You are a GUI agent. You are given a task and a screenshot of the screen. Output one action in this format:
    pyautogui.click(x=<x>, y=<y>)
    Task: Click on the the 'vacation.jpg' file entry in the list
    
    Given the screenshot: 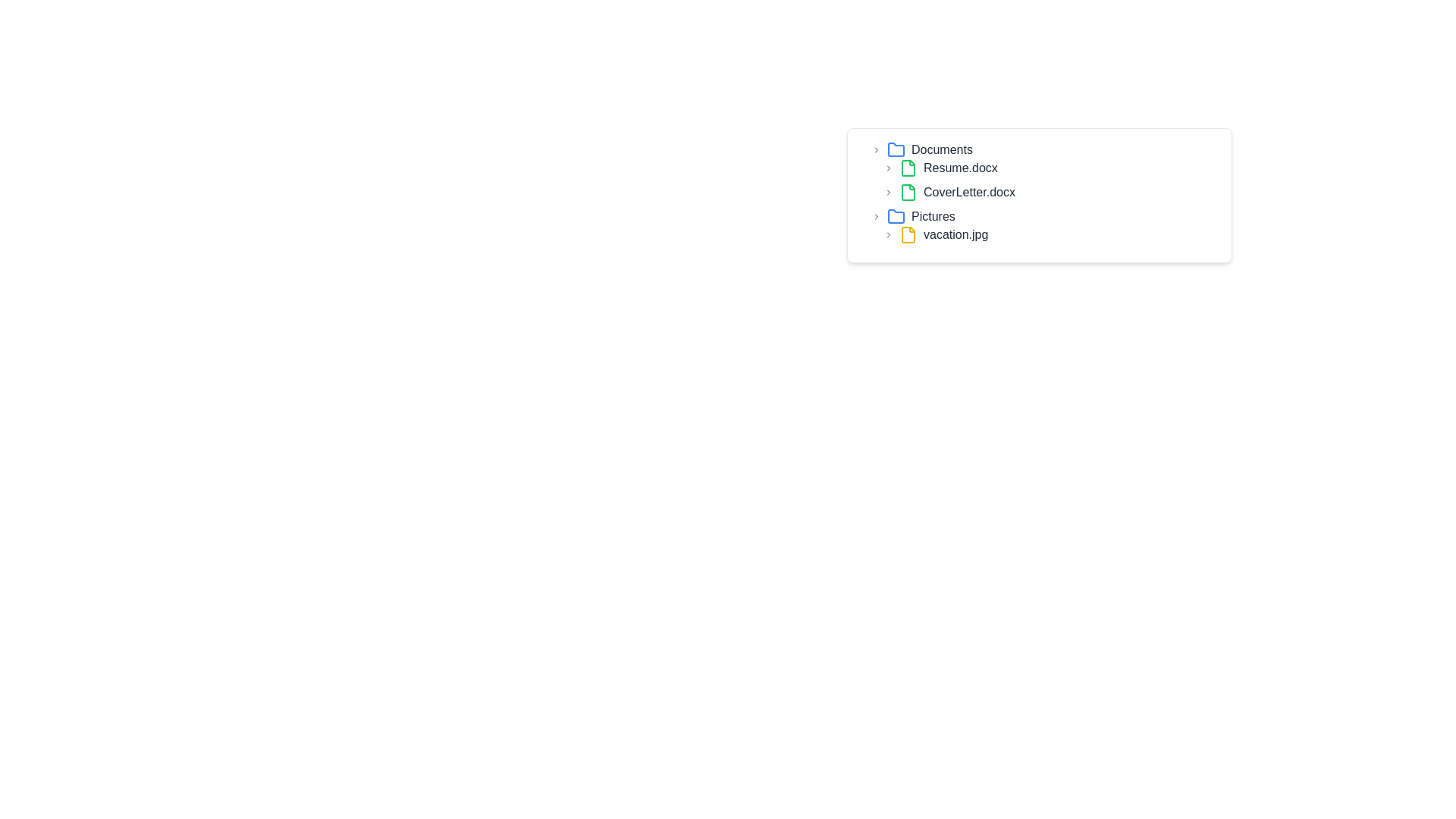 What is the action you would take?
    pyautogui.click(x=1051, y=234)
    